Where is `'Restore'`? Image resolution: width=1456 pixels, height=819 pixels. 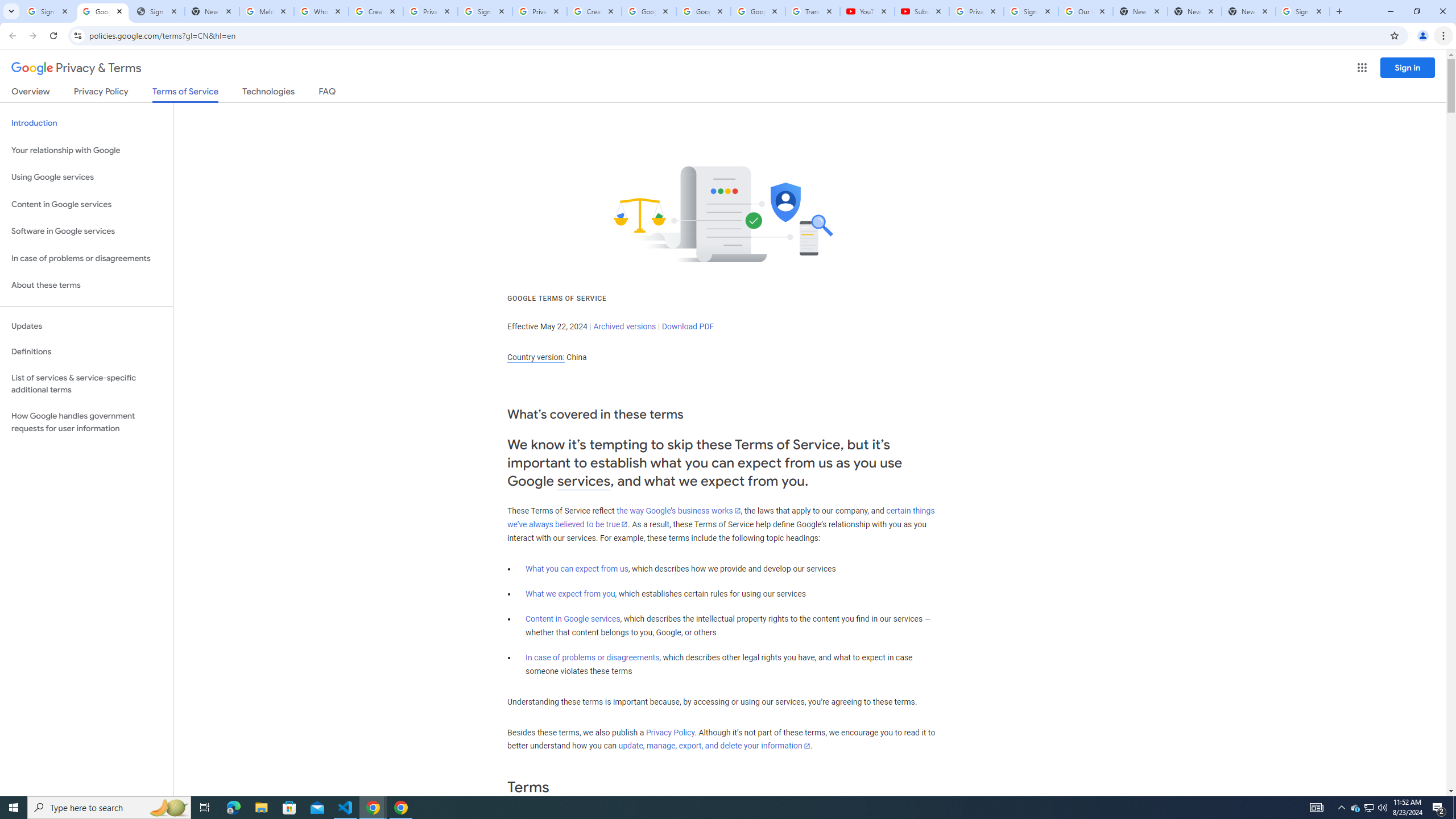
'Restore' is located at coordinates (1416, 11).